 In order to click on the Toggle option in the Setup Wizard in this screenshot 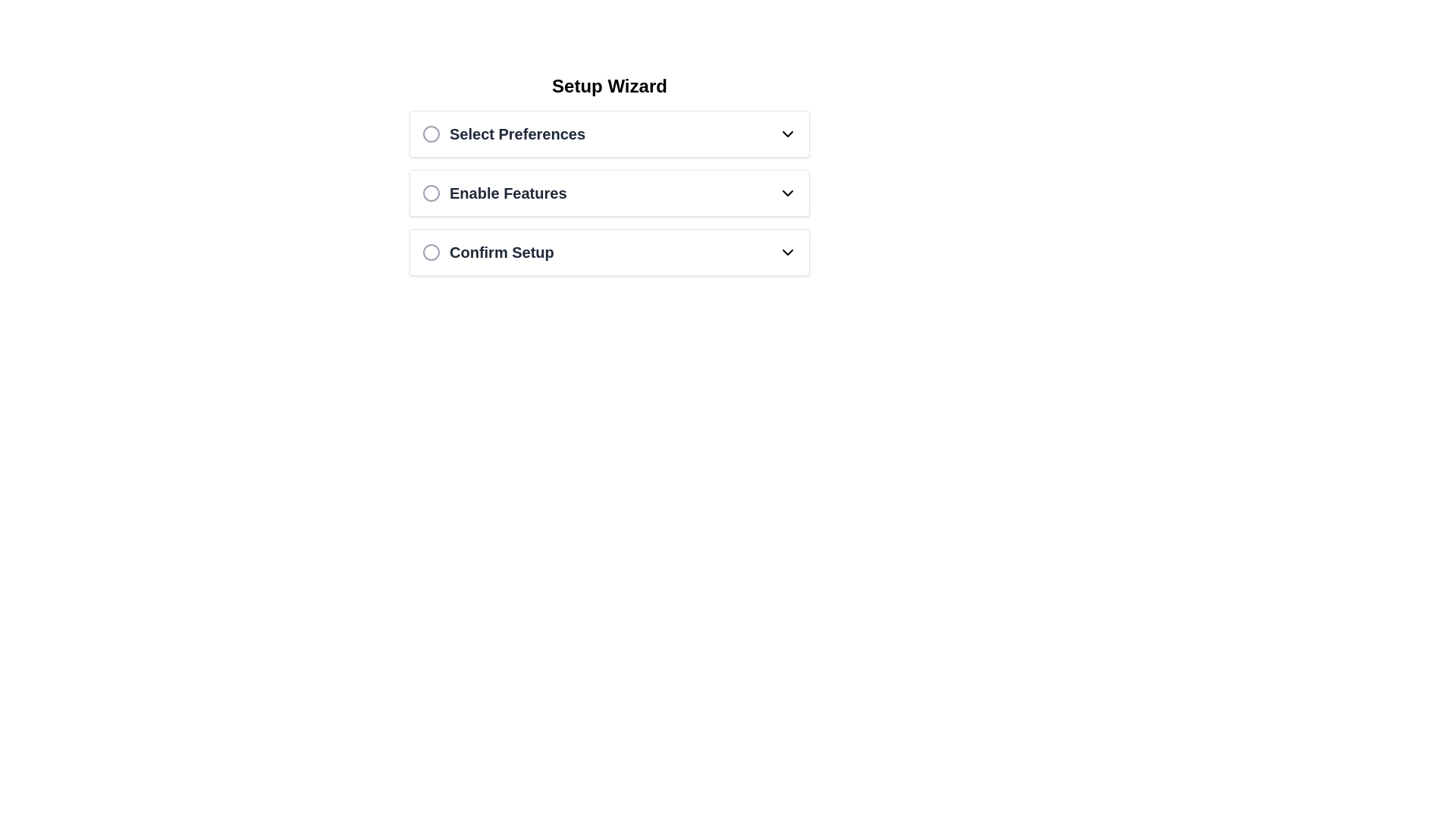, I will do `click(610, 192)`.